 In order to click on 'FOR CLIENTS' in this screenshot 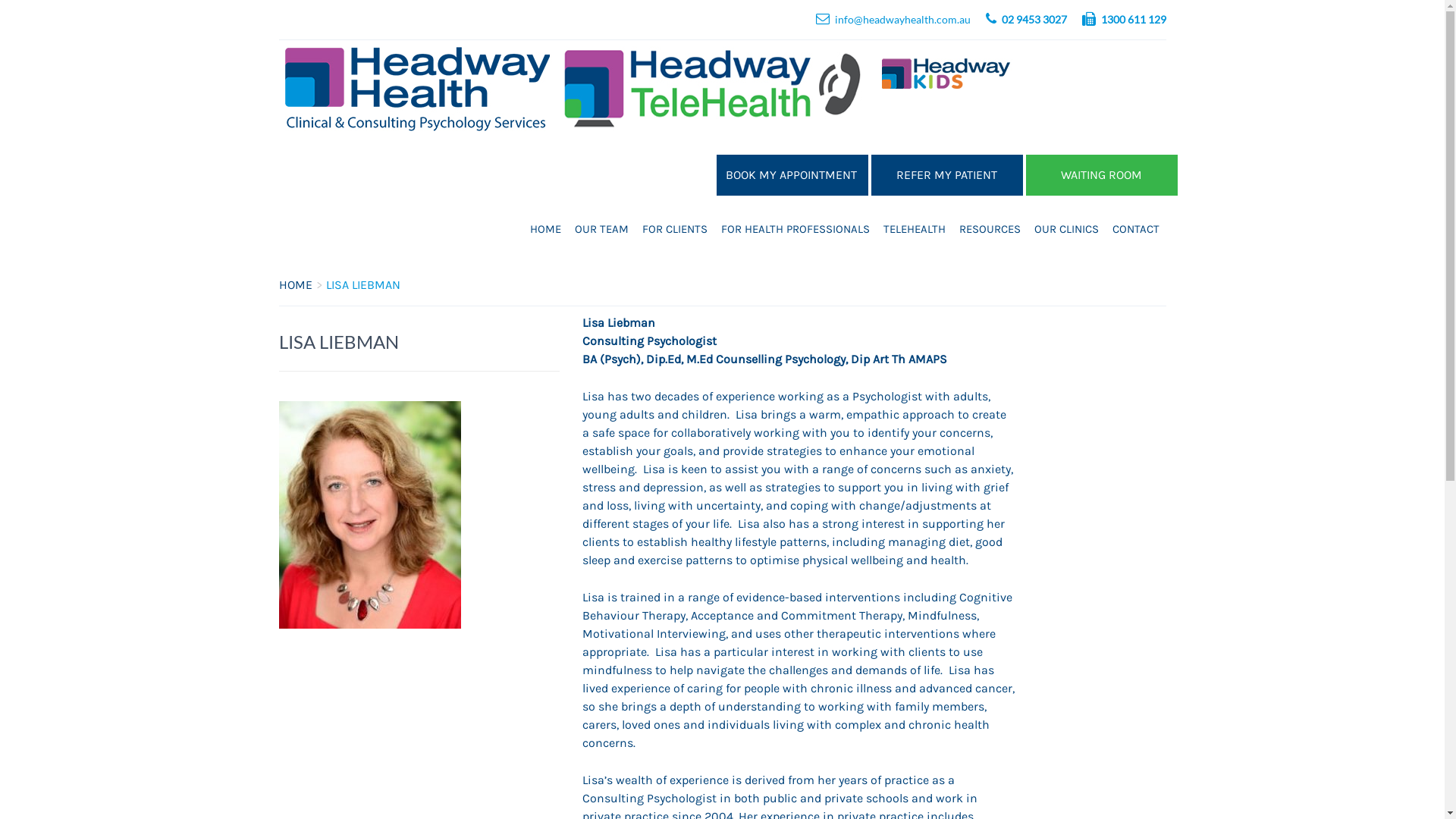, I will do `click(673, 228)`.